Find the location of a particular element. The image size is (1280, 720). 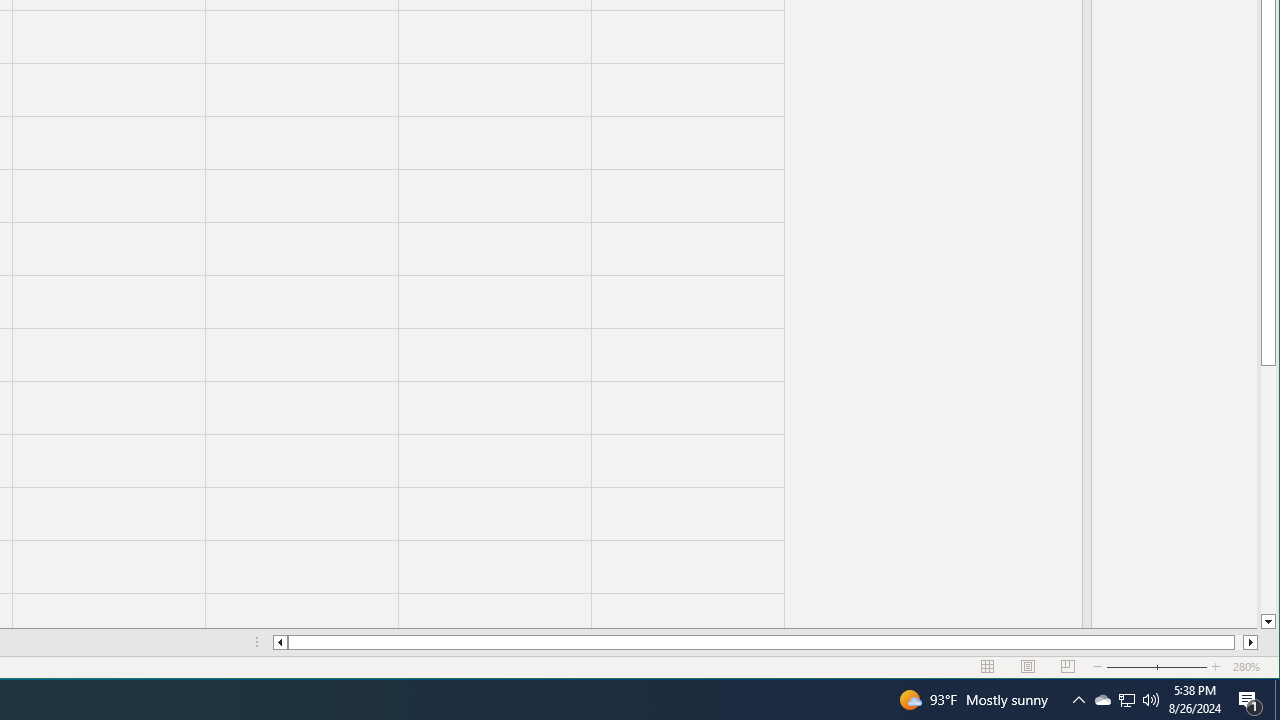

'Show desktop' is located at coordinates (1276, 698).